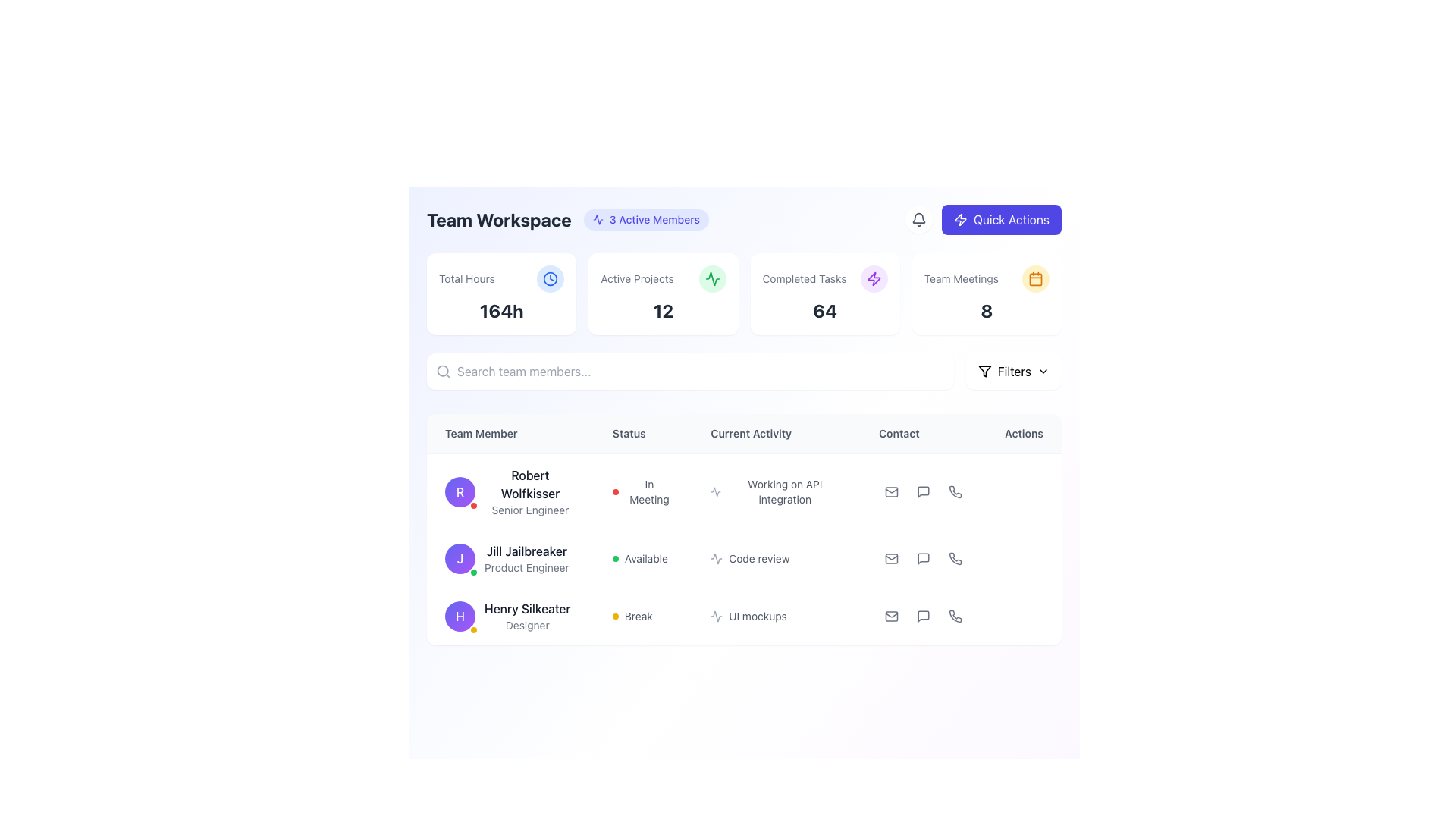 This screenshot has height=819, width=1456. I want to click on the grayish envelope-shaped SVG graphic component in the 'Contact' column of the 'Actions' row, so click(892, 617).